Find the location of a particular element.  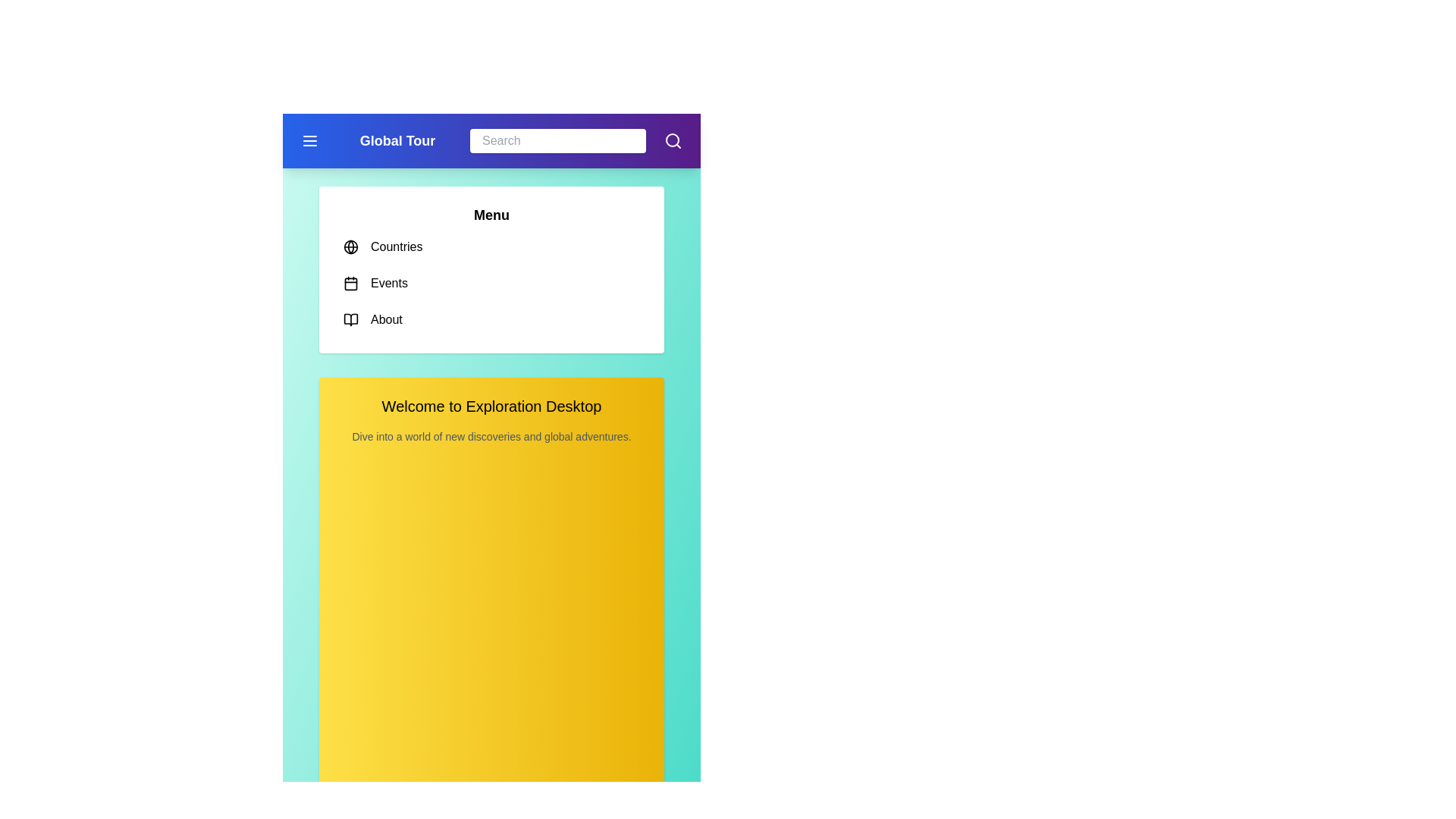

the menu item Countries from the menu is located at coordinates (491, 246).